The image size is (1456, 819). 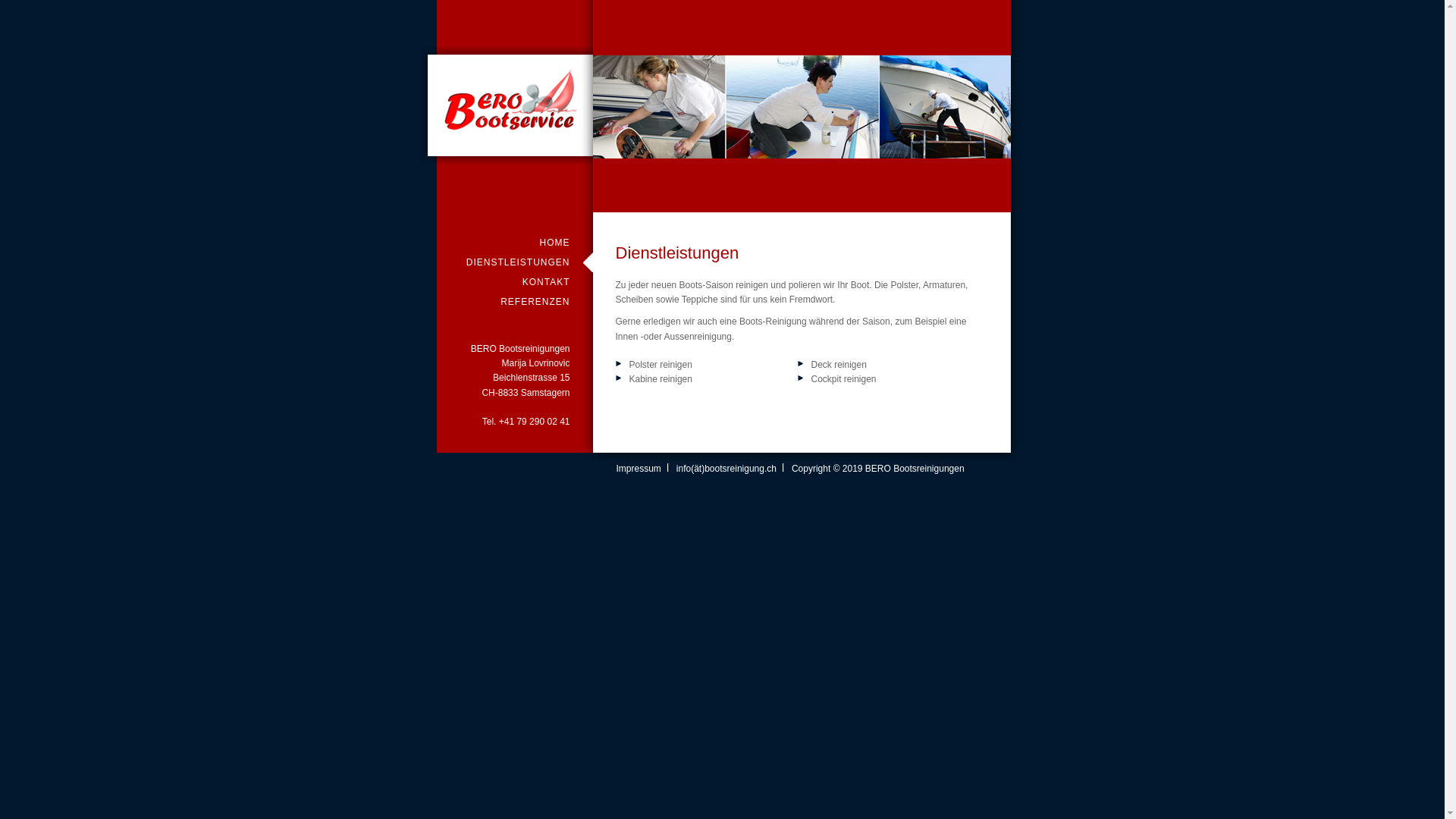 I want to click on 'REFERENZEN', so click(x=514, y=301).